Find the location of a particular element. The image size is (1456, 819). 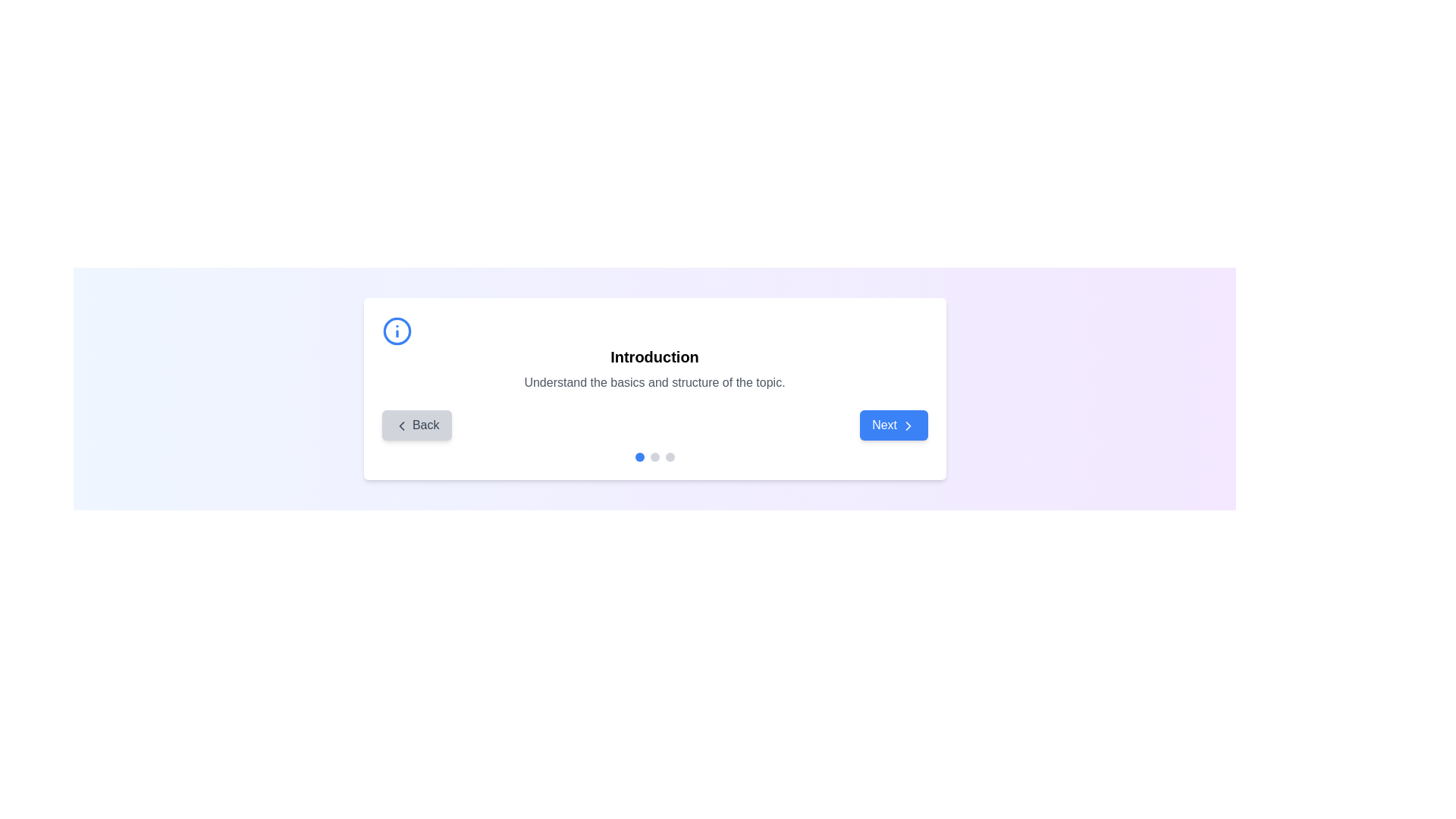

the 'Back' button icon, which indicates a 'go back' or 'previous step' action, located in the bottom left corner of the card-style section is located at coordinates (401, 425).